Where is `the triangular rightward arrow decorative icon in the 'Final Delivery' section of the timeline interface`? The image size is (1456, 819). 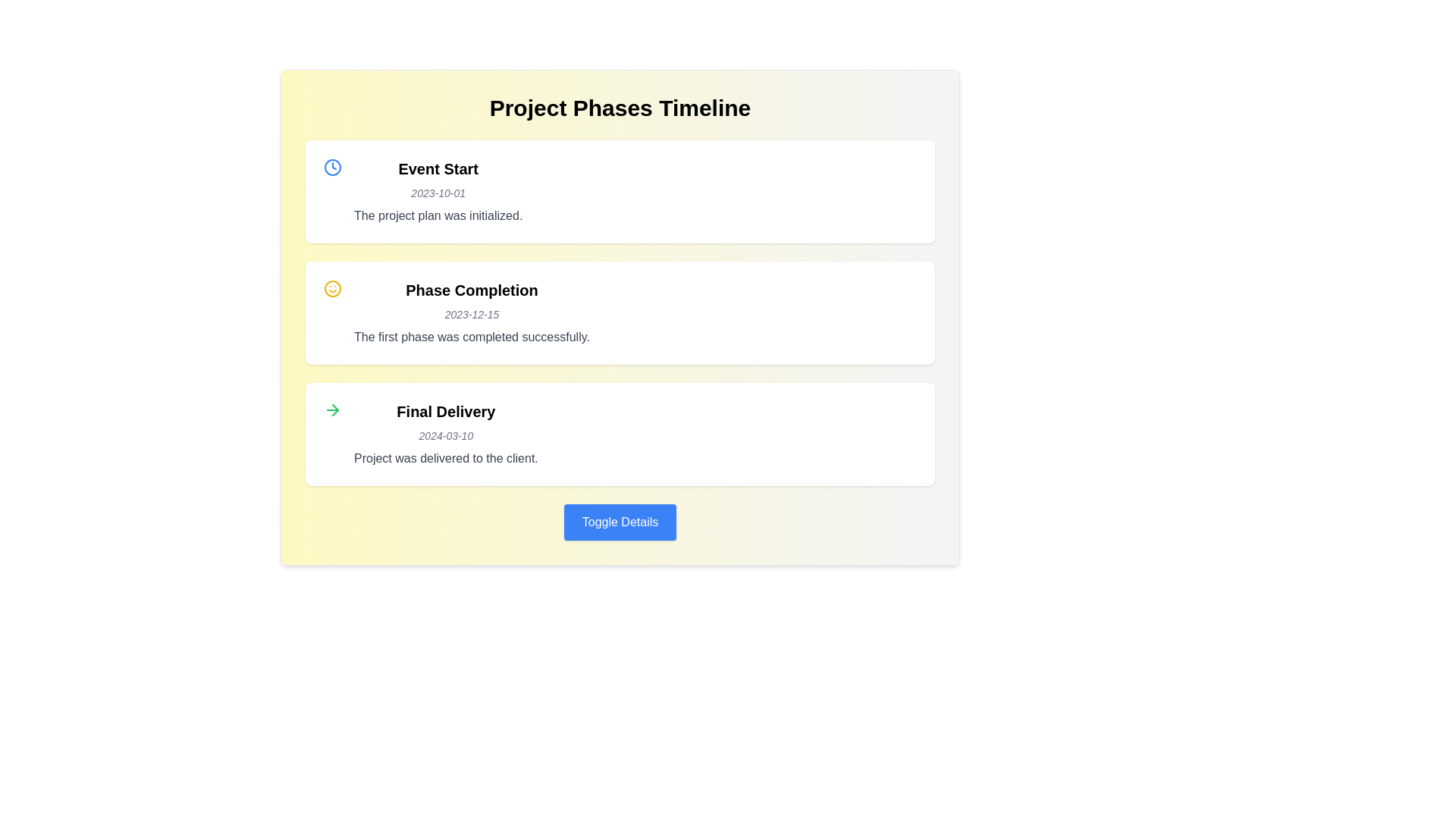
the triangular rightward arrow decorative icon in the 'Final Delivery' section of the timeline interface is located at coordinates (334, 409).